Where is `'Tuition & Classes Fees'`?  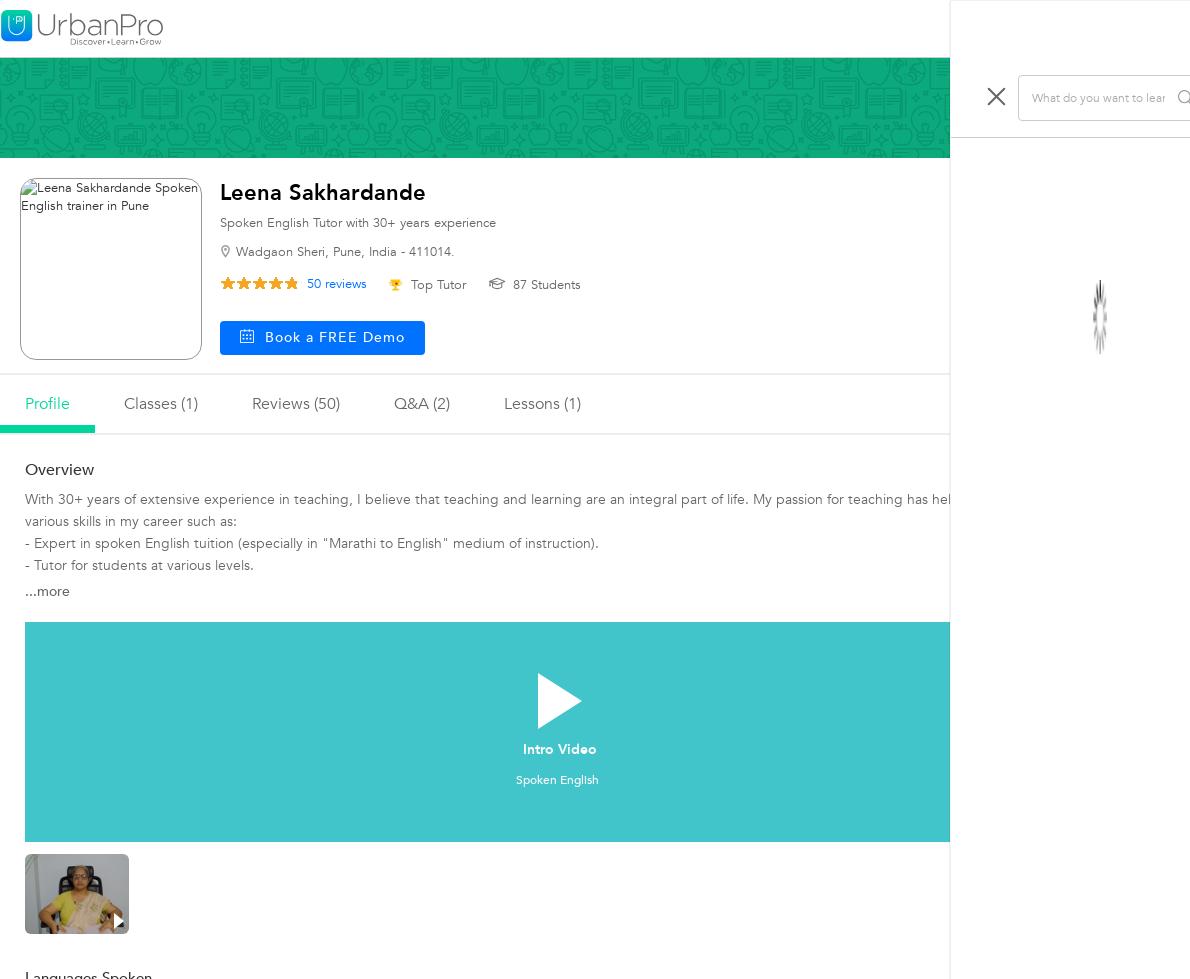 'Tuition & Classes Fees' is located at coordinates (1047, 369).